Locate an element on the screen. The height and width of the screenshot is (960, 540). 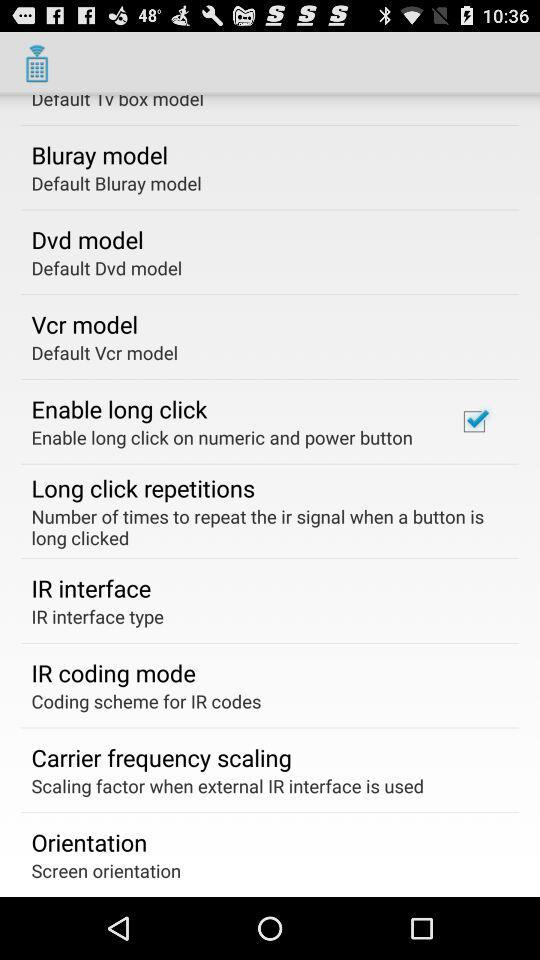
the item to the right of the enable long click item is located at coordinates (473, 421).